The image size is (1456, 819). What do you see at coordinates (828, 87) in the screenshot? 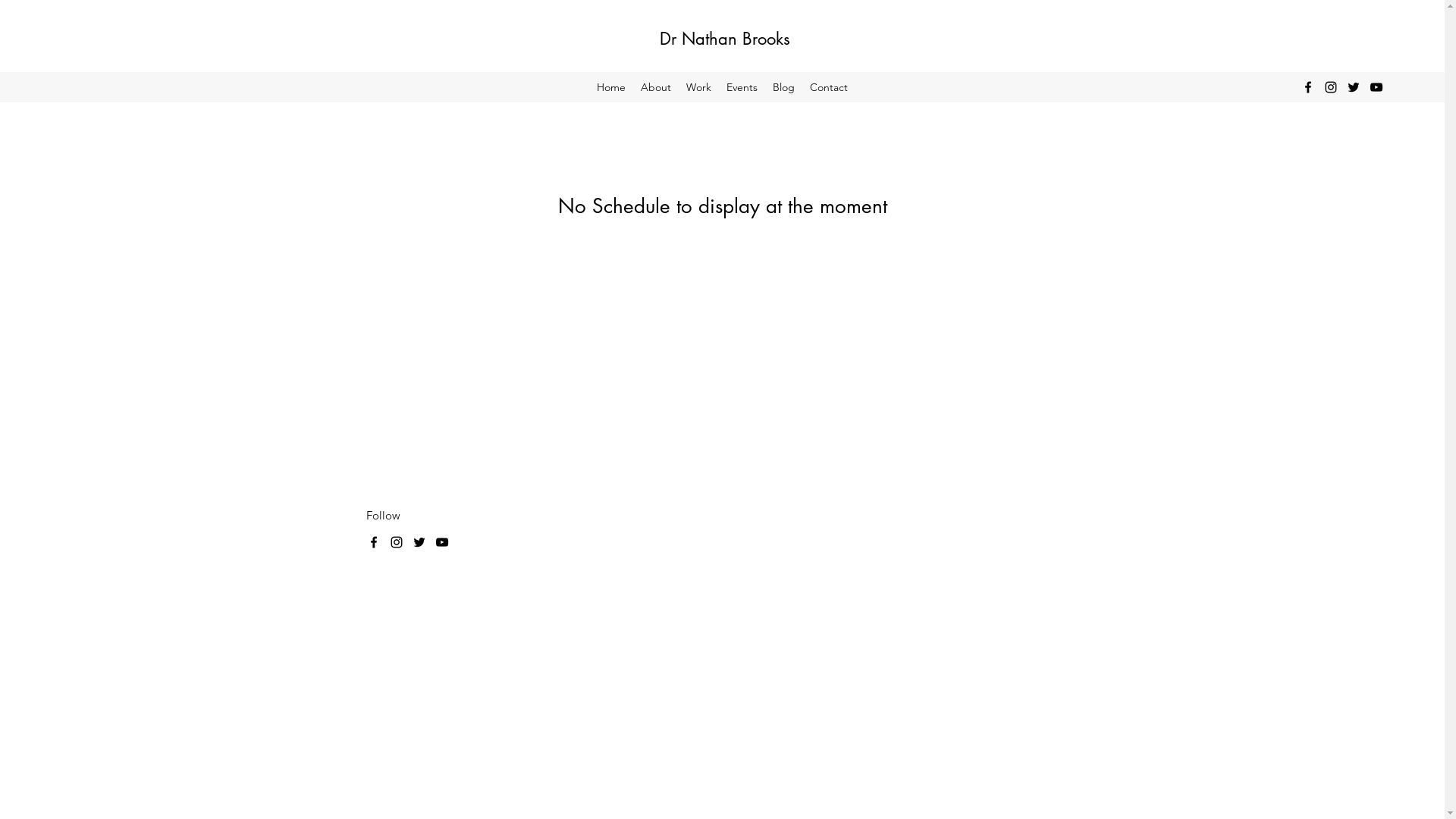
I see `'Contact'` at bounding box center [828, 87].